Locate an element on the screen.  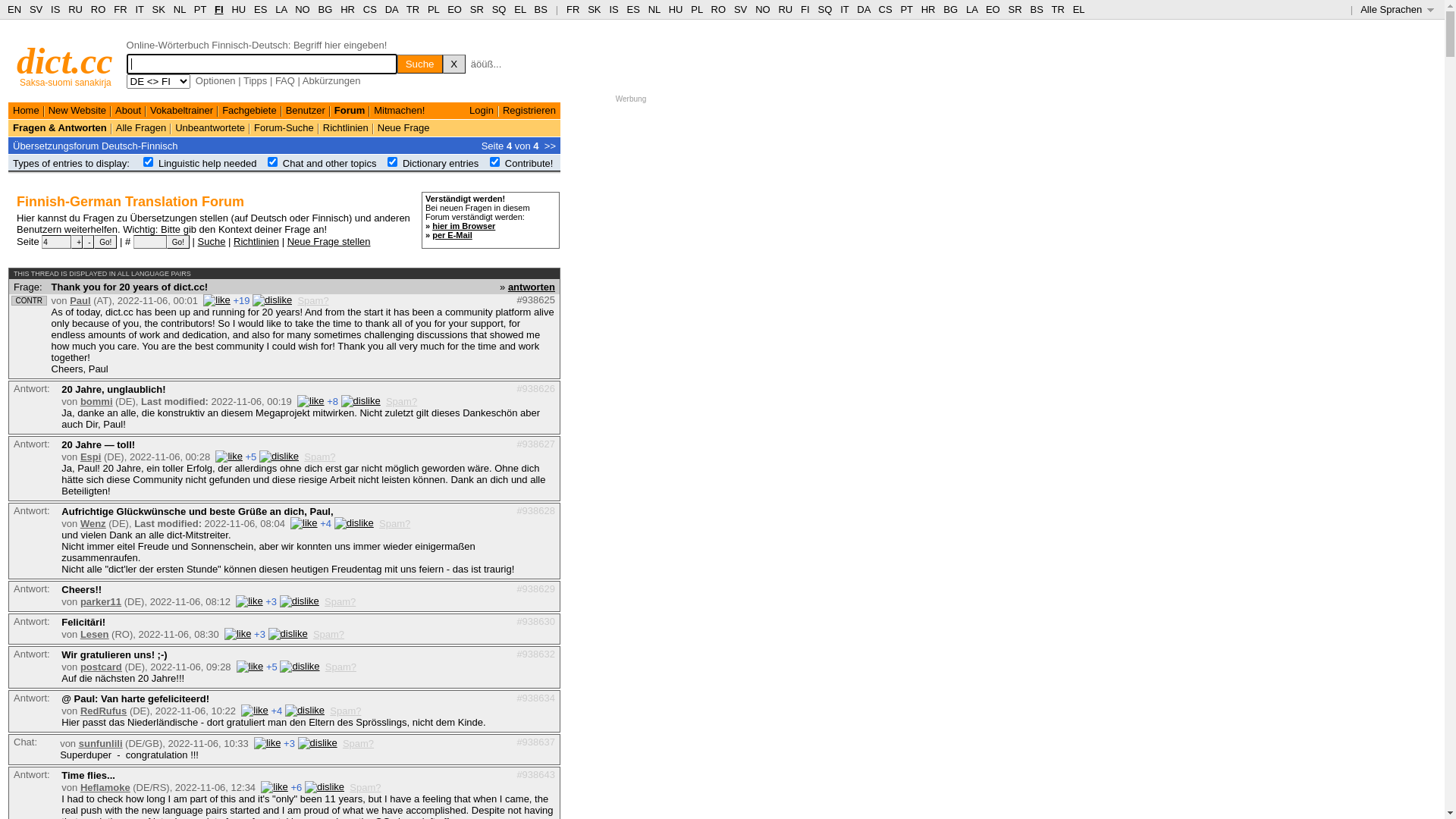
'Lesen' is located at coordinates (93, 634).